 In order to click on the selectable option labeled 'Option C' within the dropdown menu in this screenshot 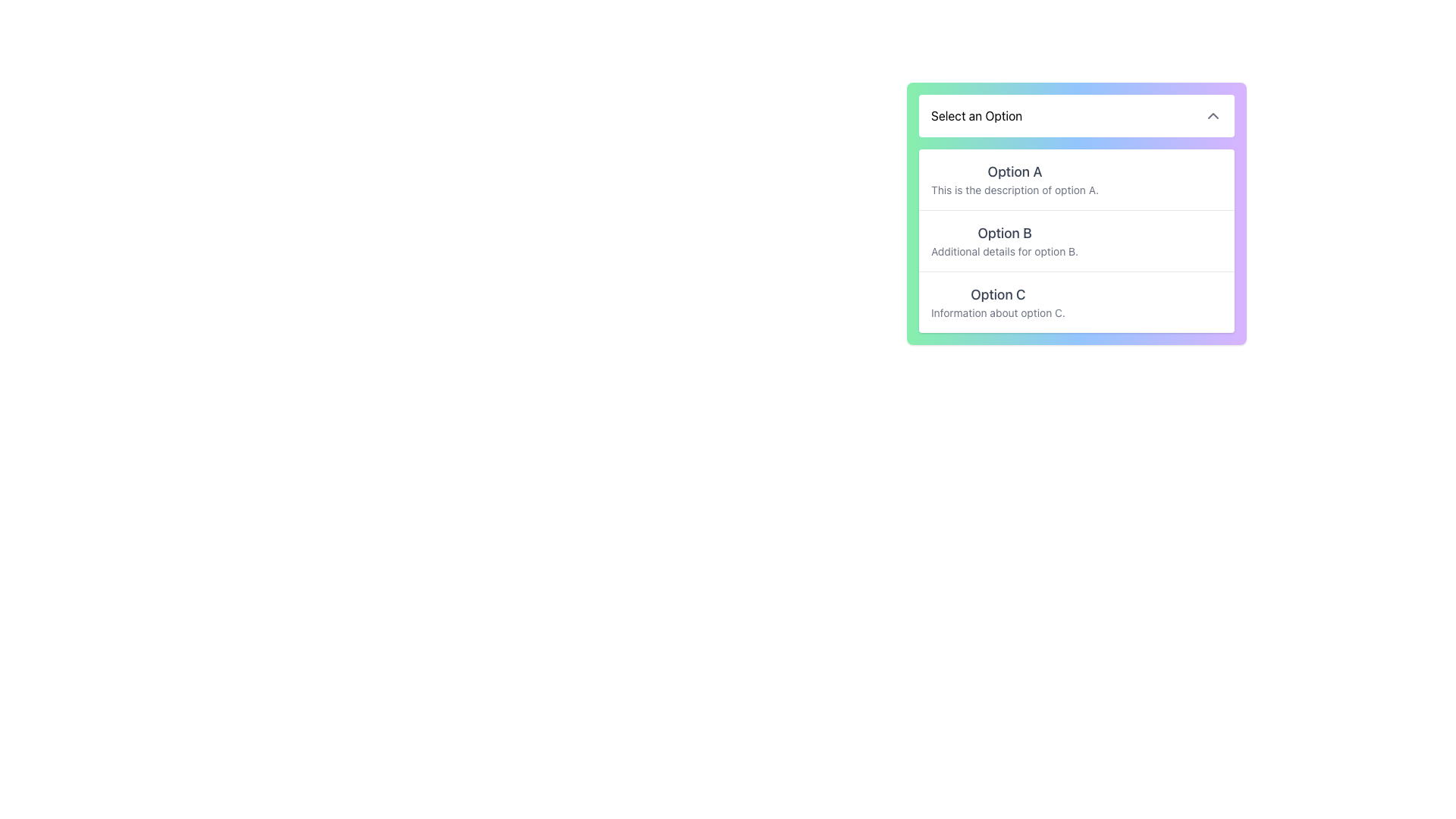, I will do `click(1076, 301)`.